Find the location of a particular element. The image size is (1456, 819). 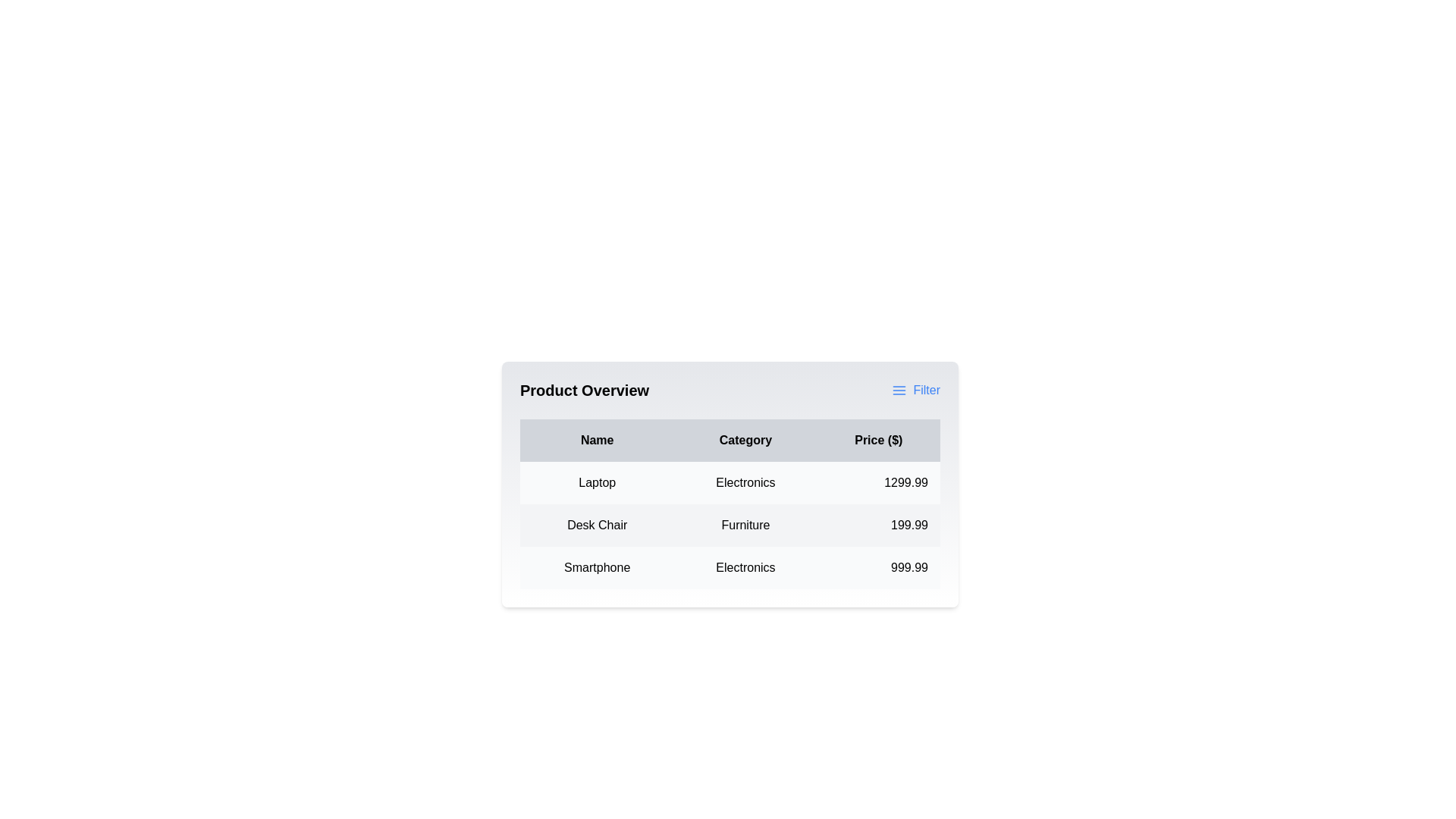

text element displaying 'Electronics' in the 'Category' column of the third row in the 'Product Overview' table is located at coordinates (745, 567).